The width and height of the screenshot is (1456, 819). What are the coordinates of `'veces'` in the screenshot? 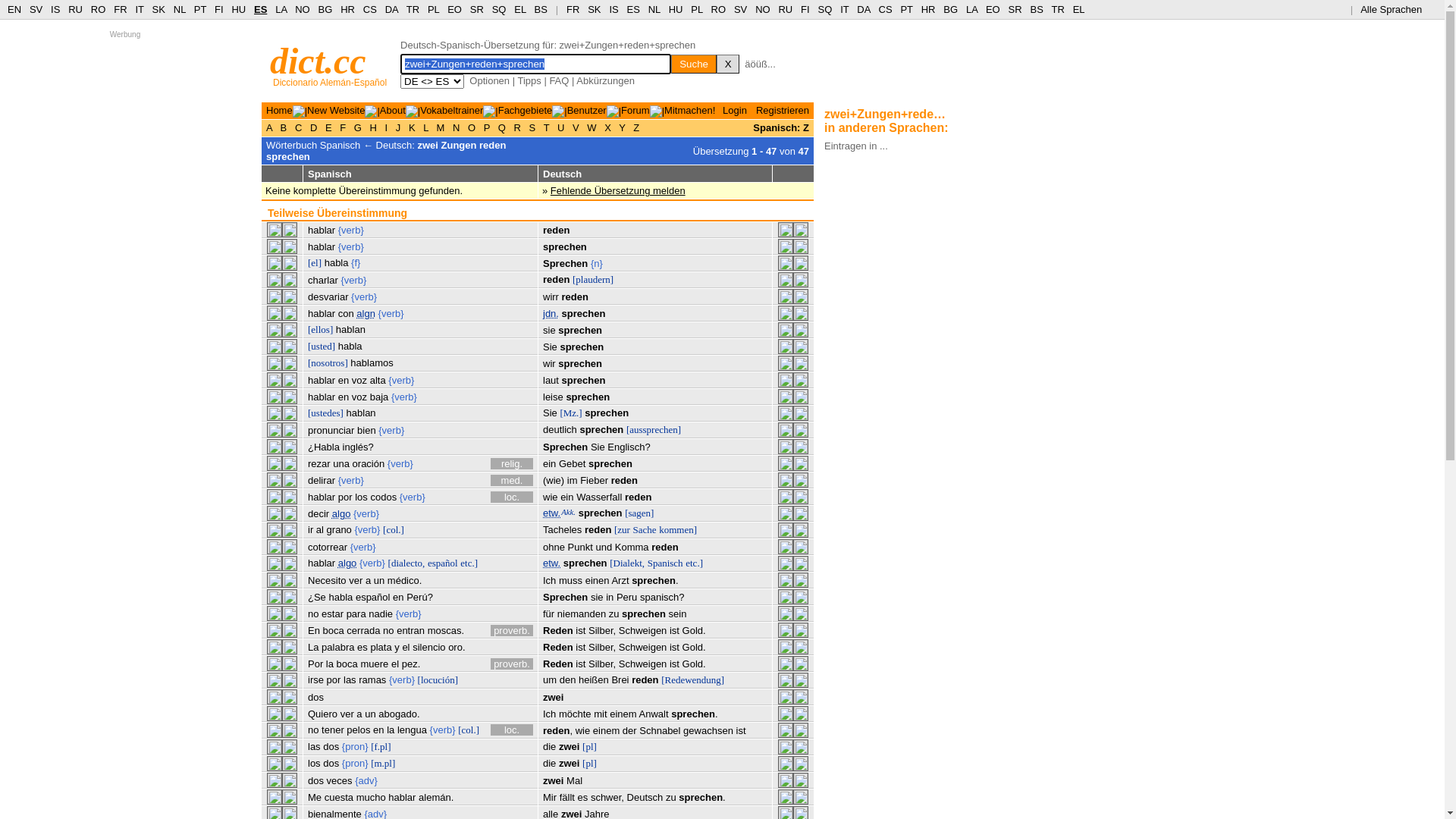 It's located at (338, 780).